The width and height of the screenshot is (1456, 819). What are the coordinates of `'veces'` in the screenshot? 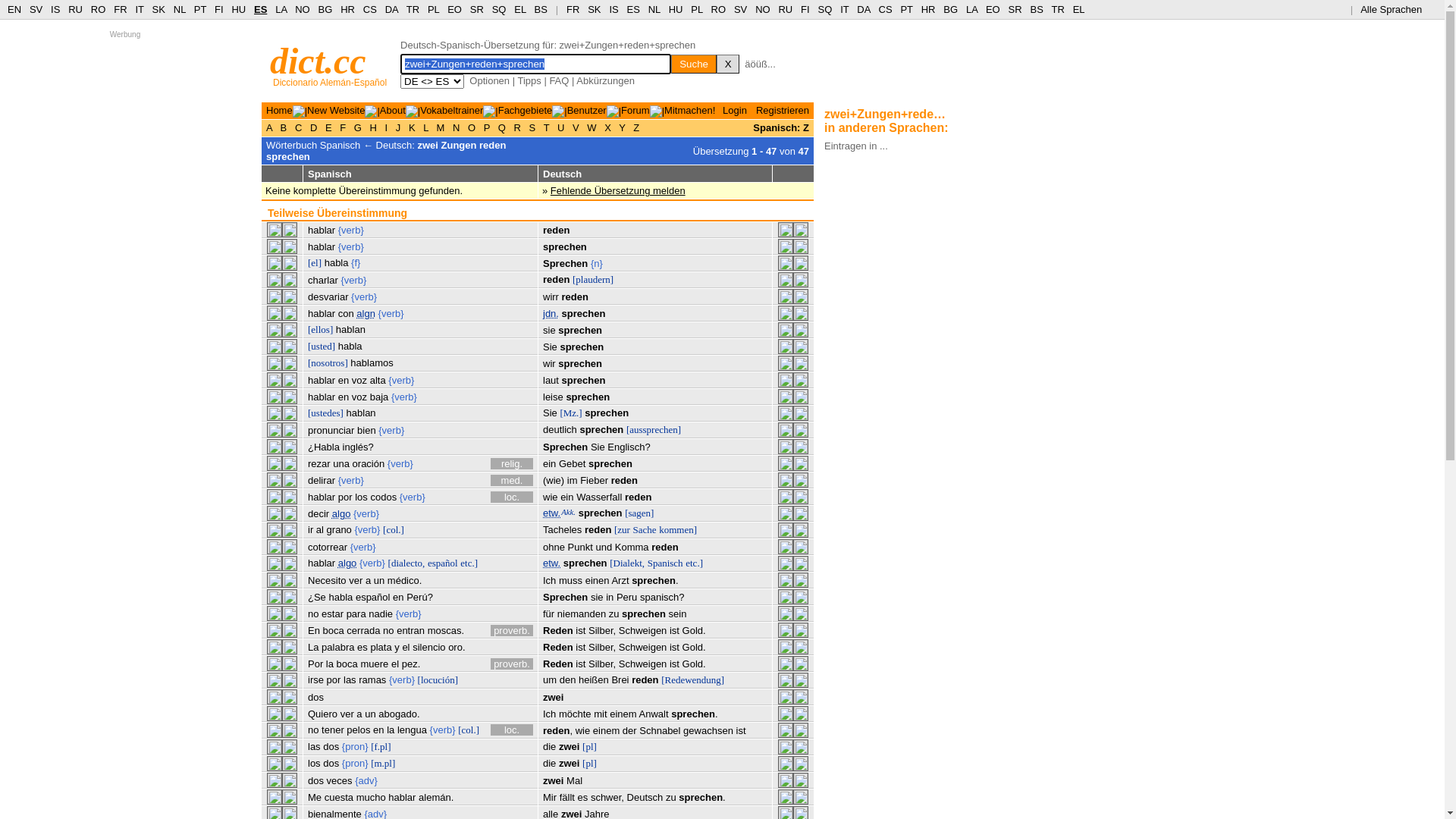 It's located at (338, 780).